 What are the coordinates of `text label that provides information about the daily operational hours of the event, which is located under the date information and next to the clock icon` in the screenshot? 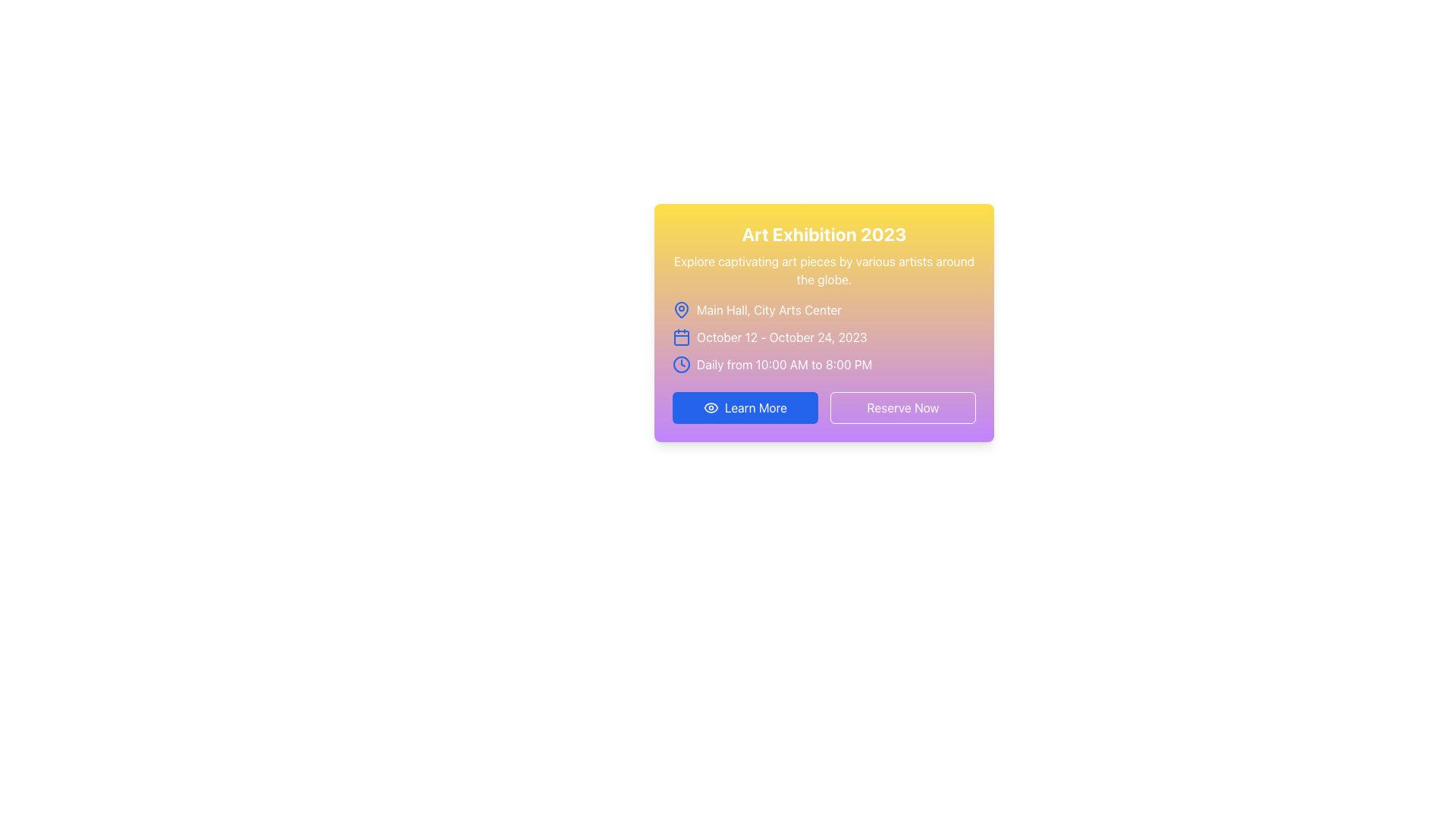 It's located at (784, 365).